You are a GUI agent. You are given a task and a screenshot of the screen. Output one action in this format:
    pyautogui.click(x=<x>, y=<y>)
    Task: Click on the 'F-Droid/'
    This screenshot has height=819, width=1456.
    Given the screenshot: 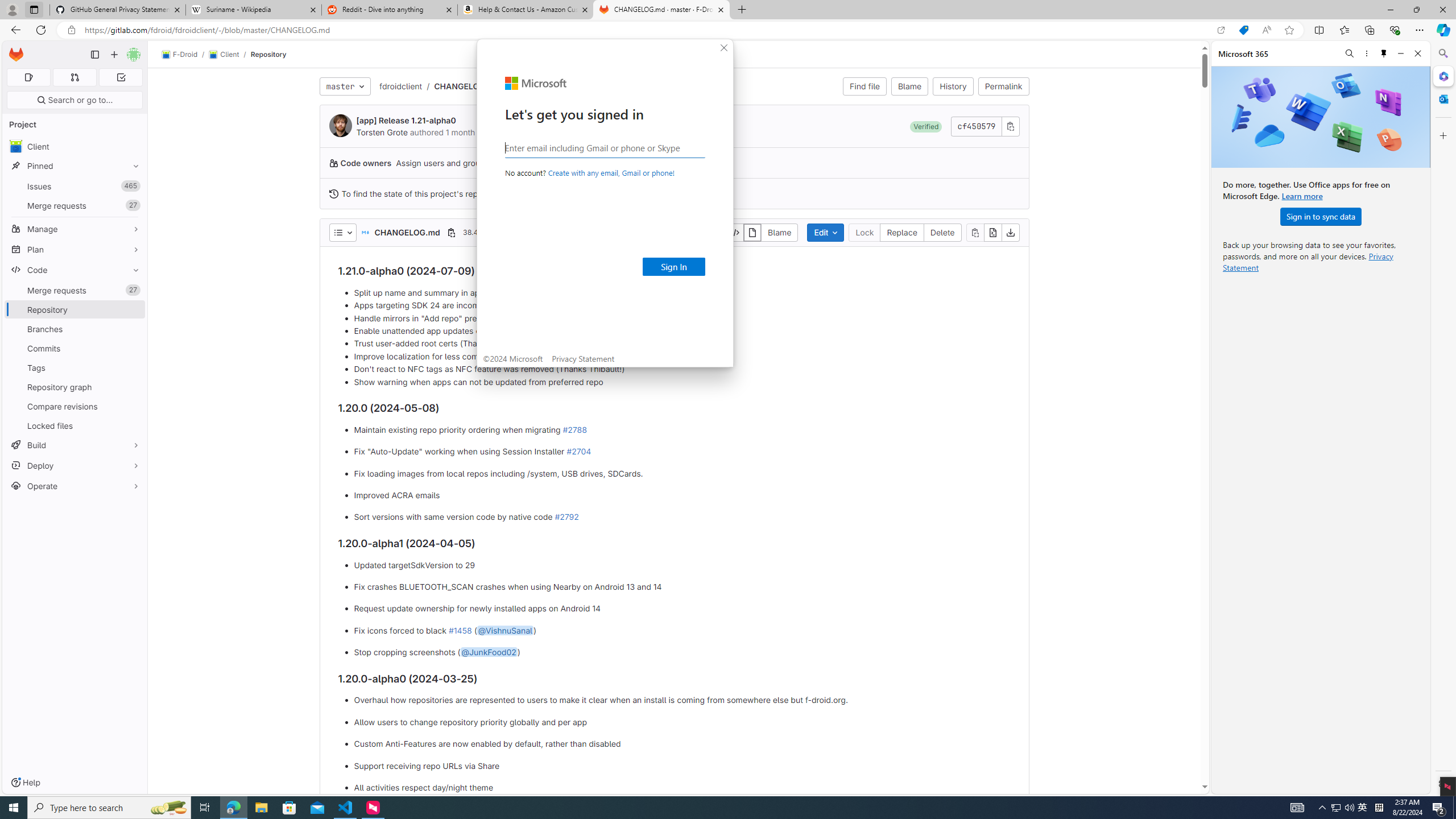 What is the action you would take?
    pyautogui.click(x=185, y=54)
    